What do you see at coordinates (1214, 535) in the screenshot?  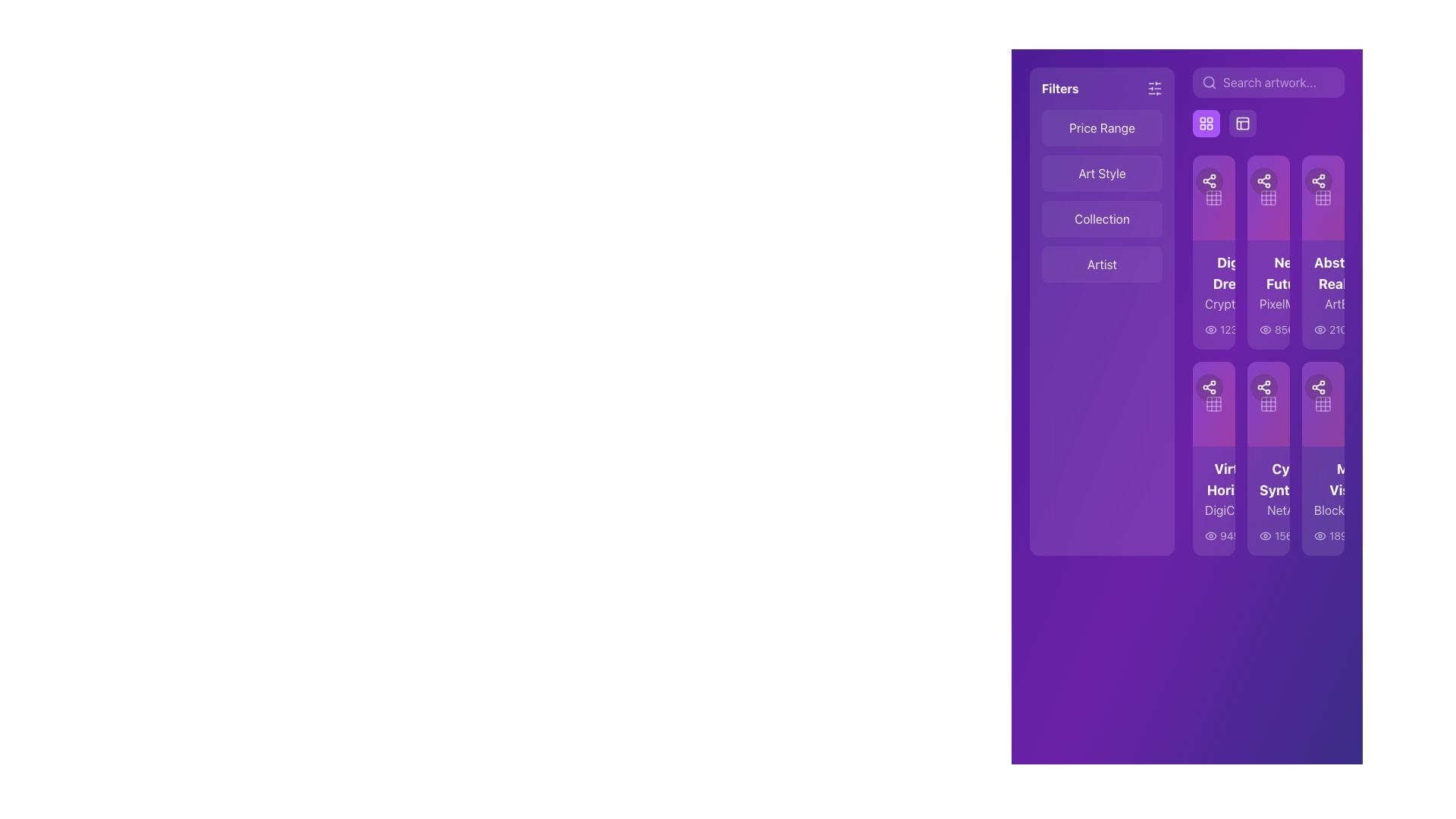 I see `the white text '94578' located in the 'Virtual HorizonsDigiCreator1.5 ETH' section, positioned beneath the 'DigiCreator' text and next to an eye icon` at bounding box center [1214, 535].